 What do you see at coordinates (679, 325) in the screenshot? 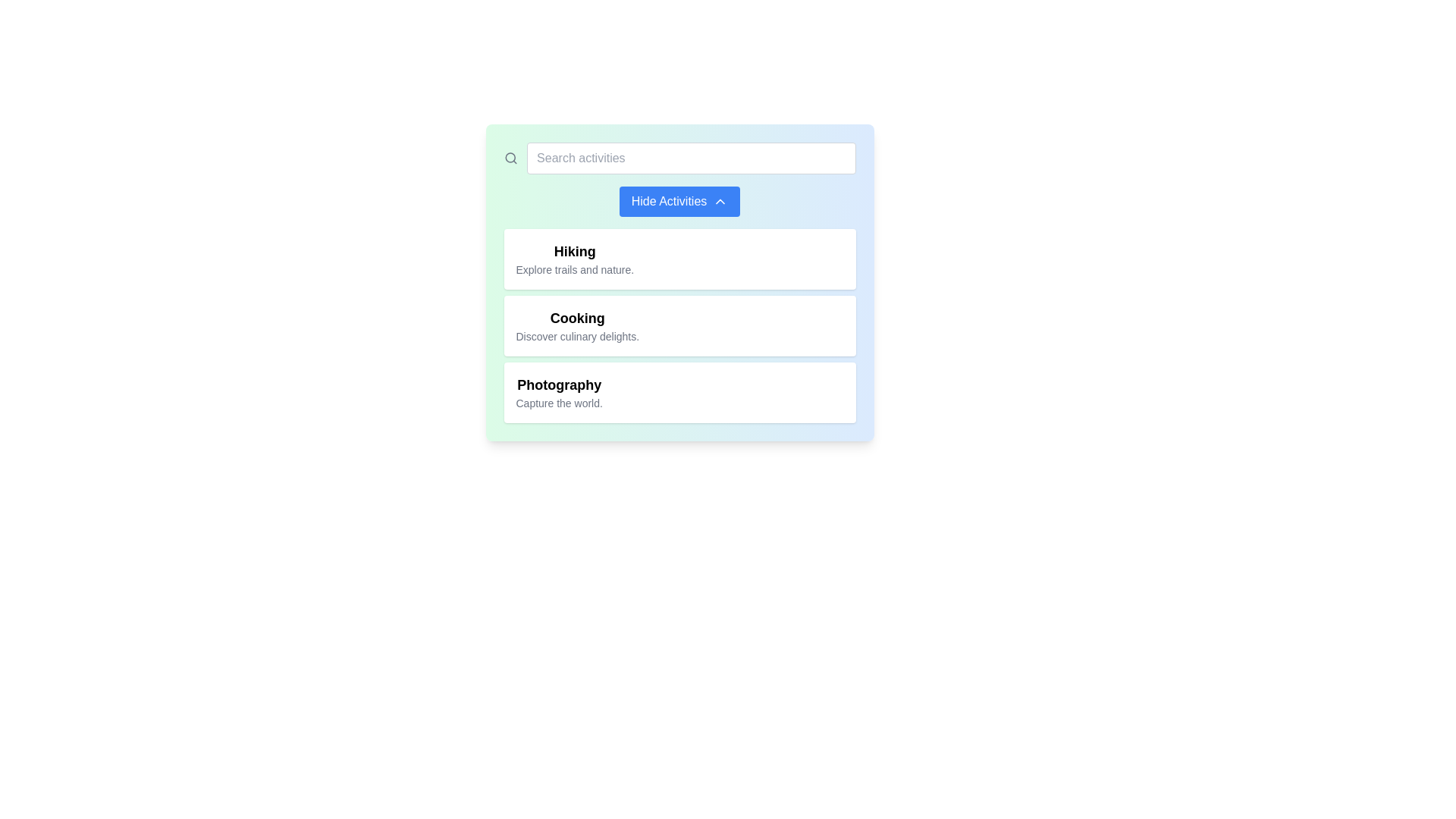
I see `the highlighted list item 'Cooking'` at bounding box center [679, 325].